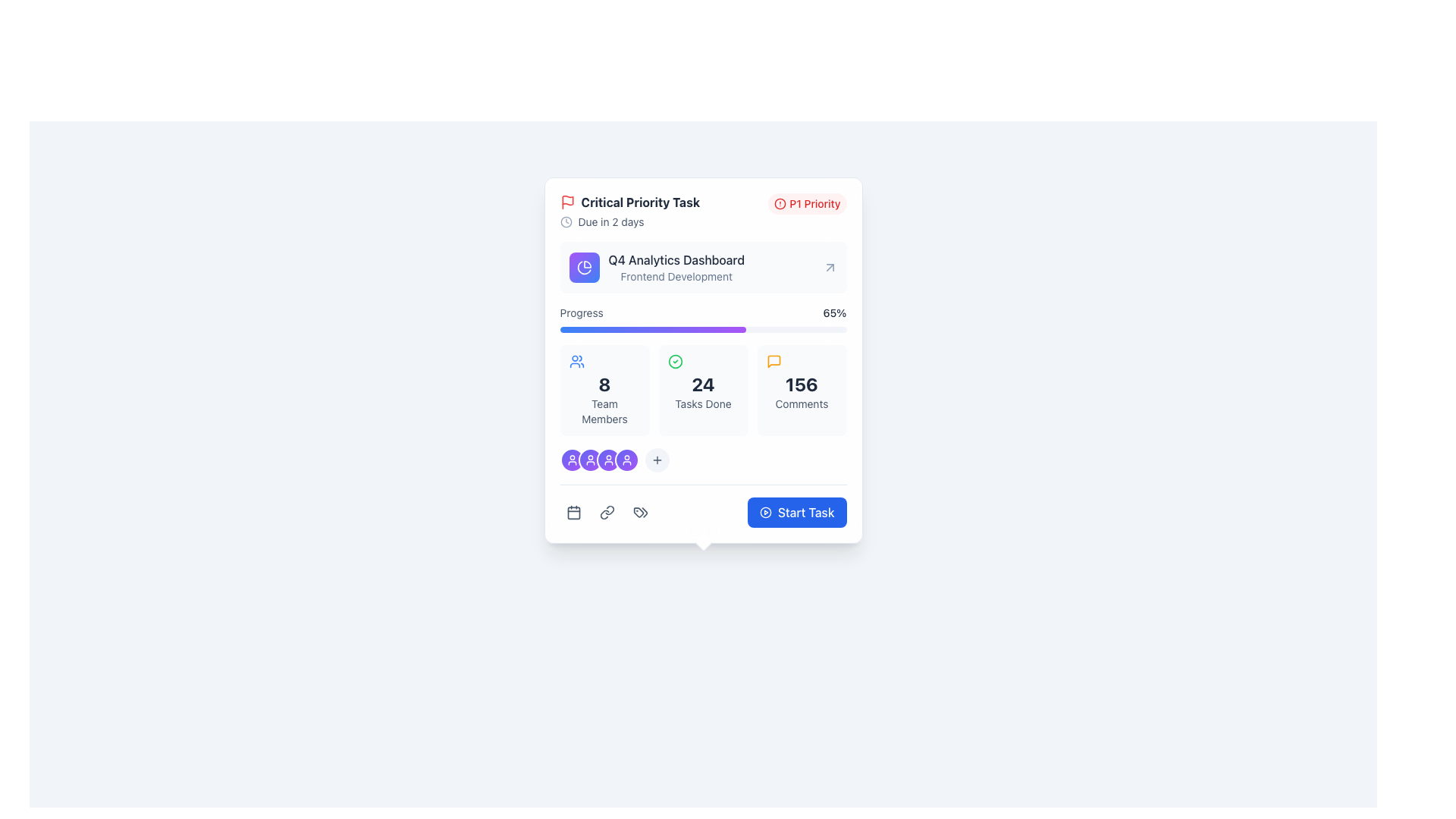 This screenshot has width=1456, height=819. I want to click on the 'Tasks Done' text label displayed in a small-sized, gray font, which is styled with the class 'text-sm text-slate-600' and is located below the bold number '24', so click(702, 403).